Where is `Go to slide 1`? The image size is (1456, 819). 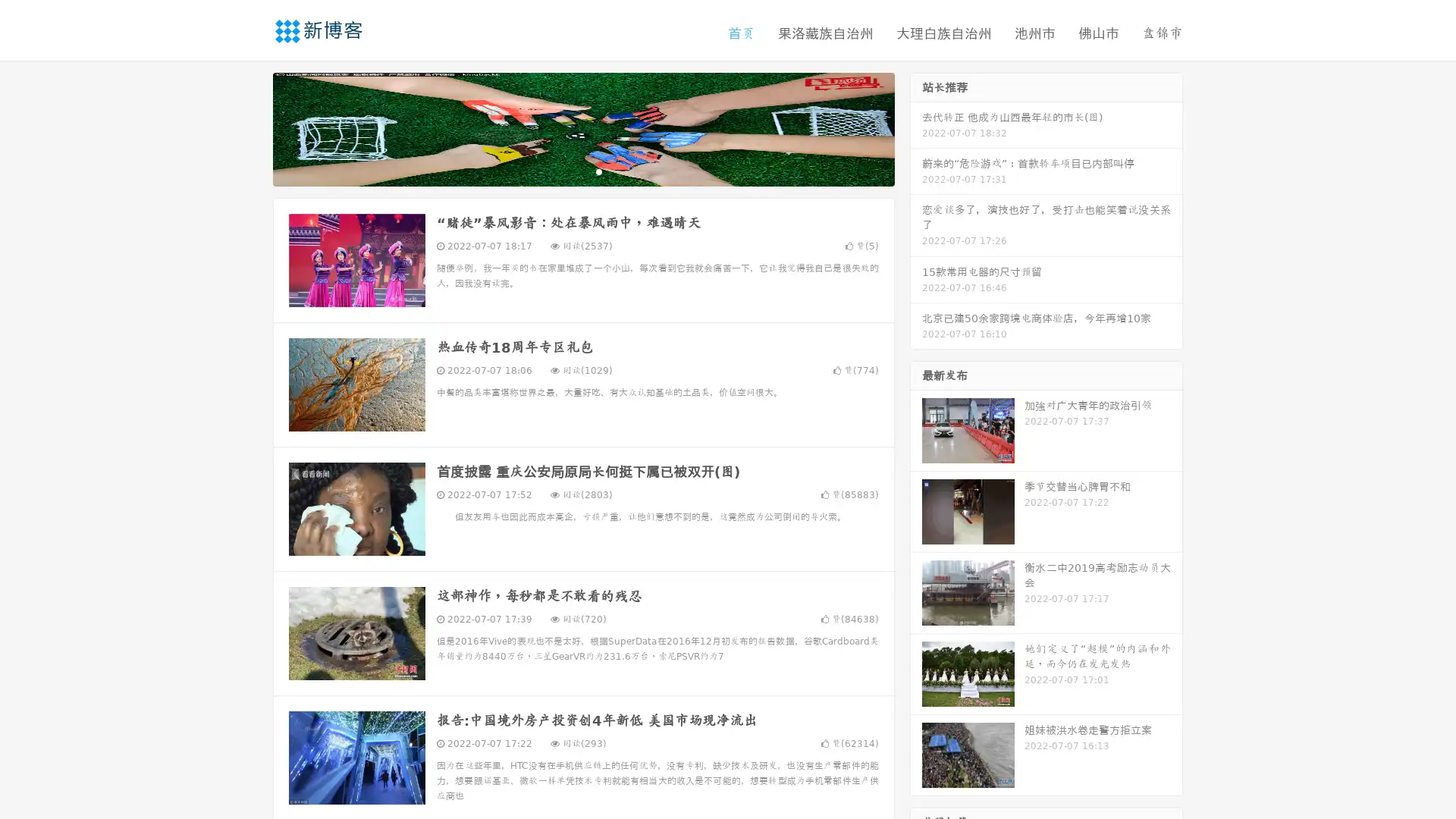
Go to slide 1 is located at coordinates (567, 171).